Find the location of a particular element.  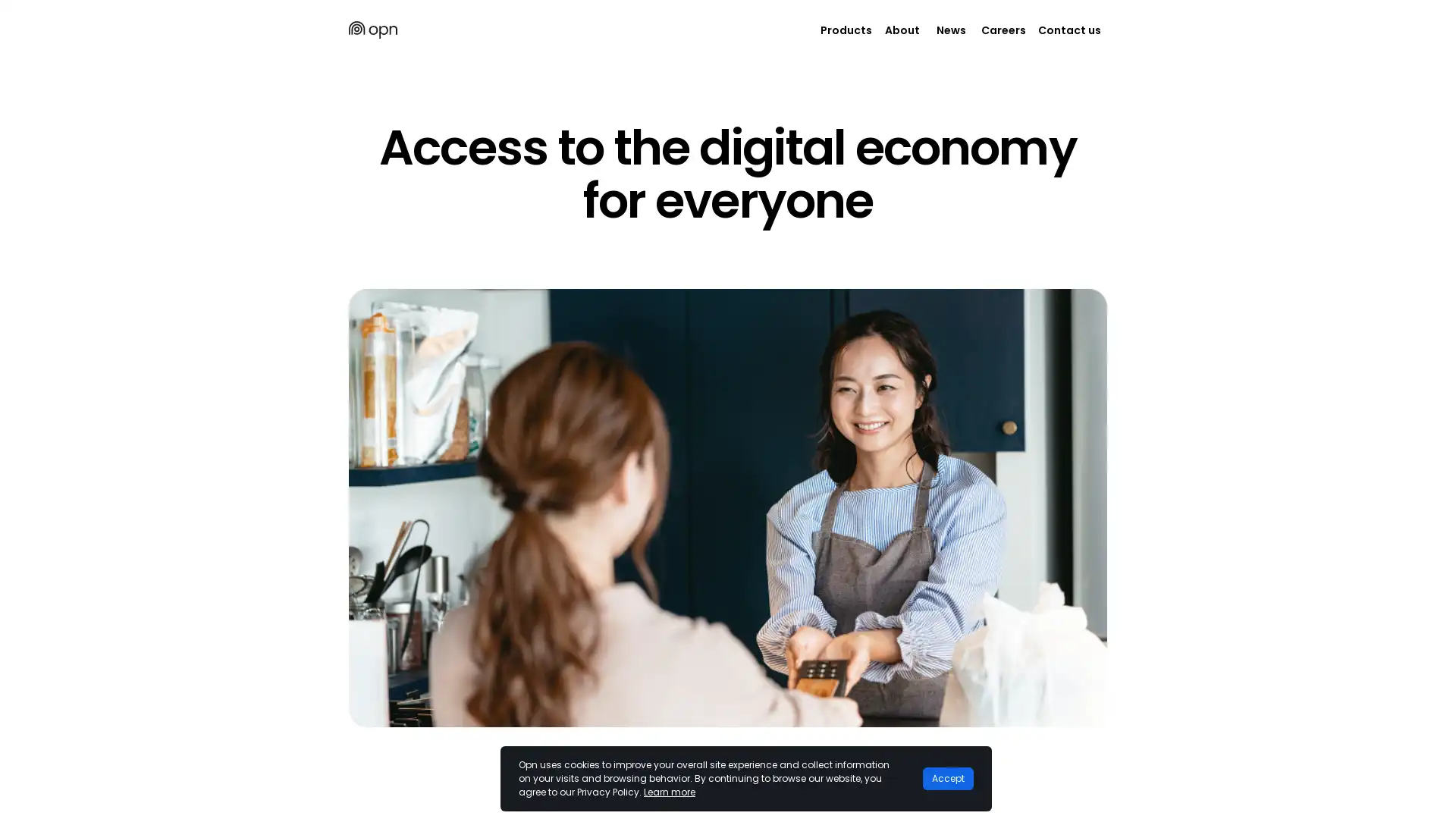

Contact us is located at coordinates (1068, 30).